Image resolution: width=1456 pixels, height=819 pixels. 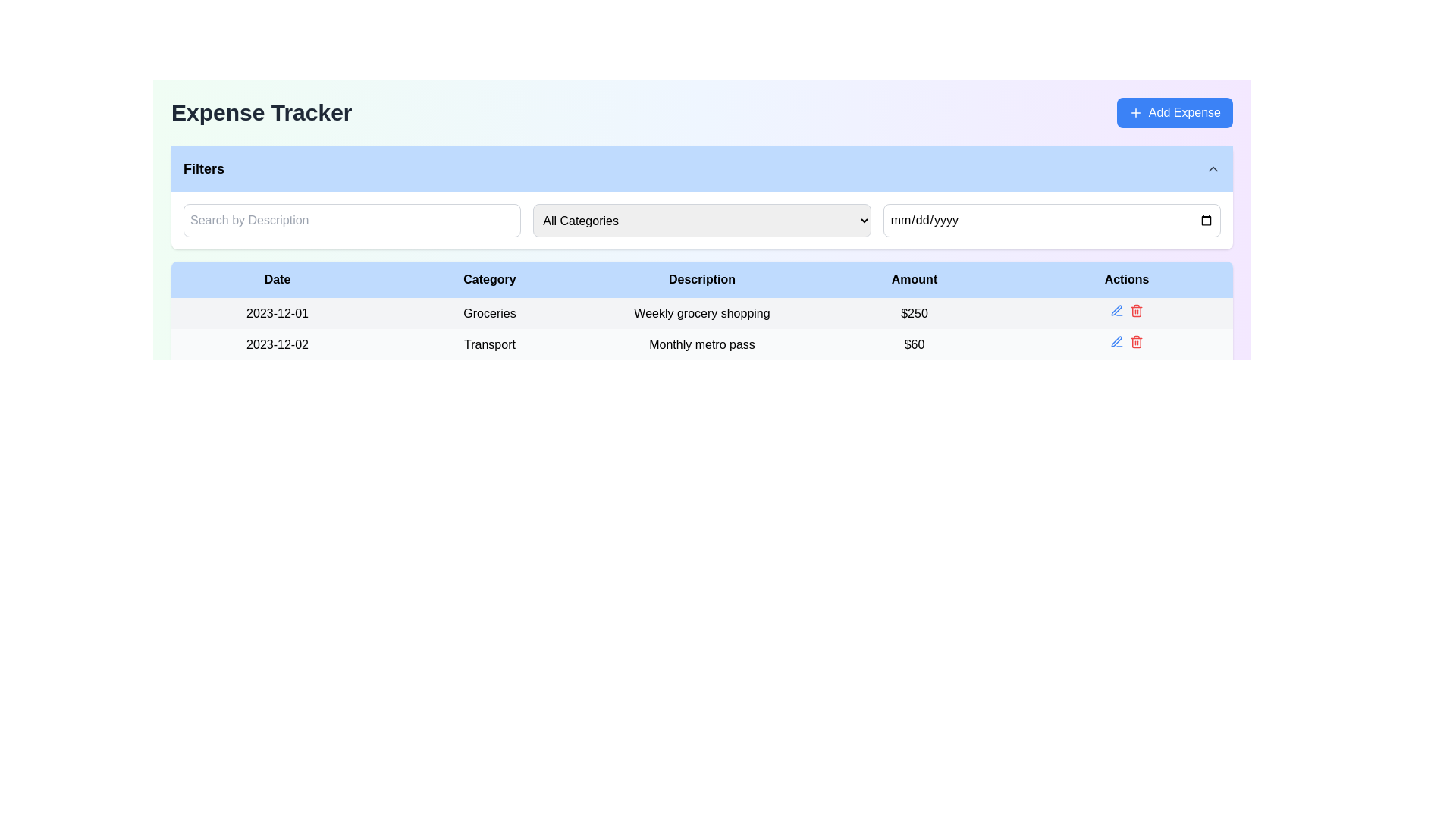 What do you see at coordinates (1117, 309) in the screenshot?
I see `the blue-colored pen icon button in the 'Actions' column of the second row of the expense details table` at bounding box center [1117, 309].